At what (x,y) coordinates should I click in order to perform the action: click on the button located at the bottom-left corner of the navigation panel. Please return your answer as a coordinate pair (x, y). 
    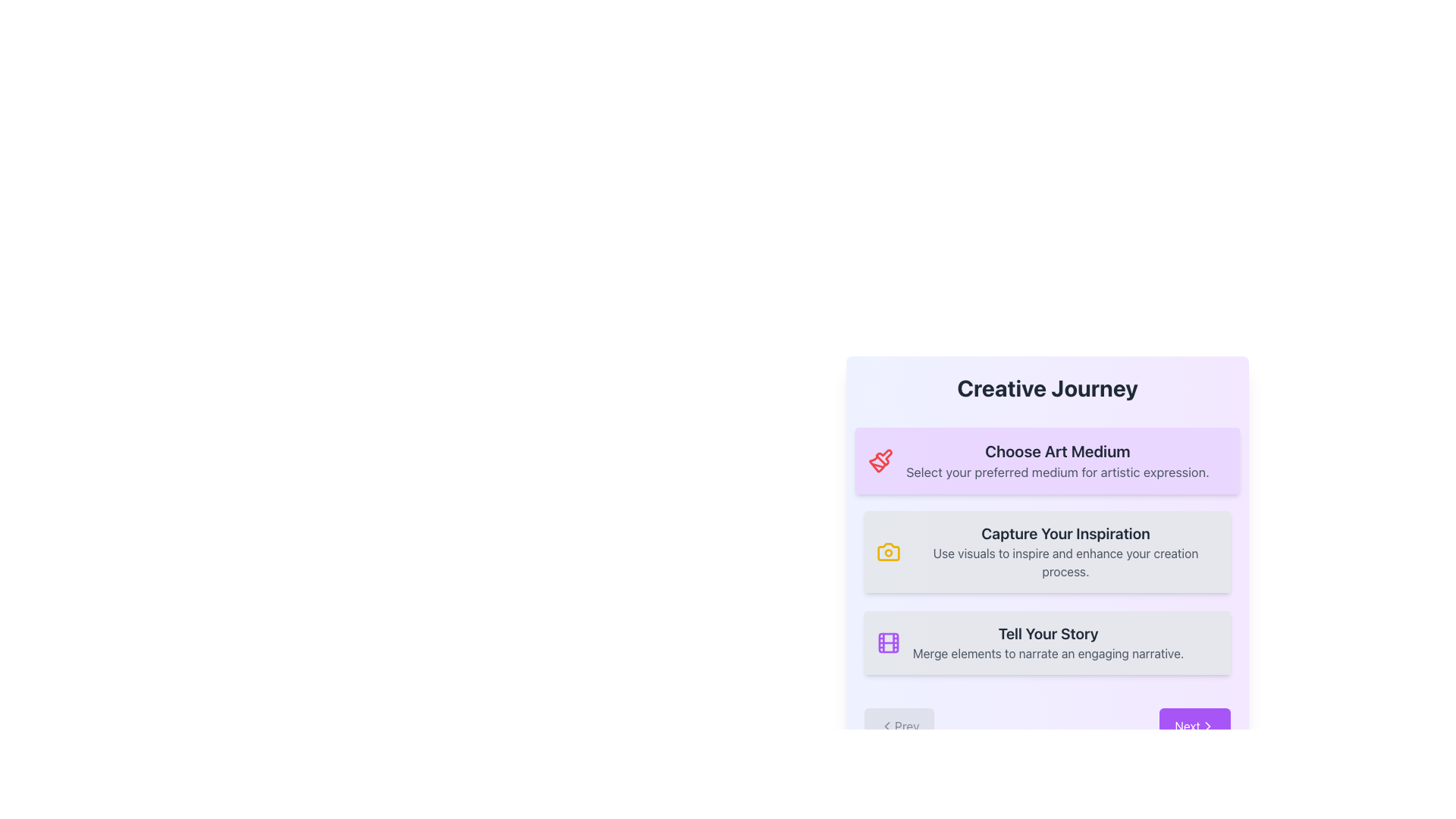
    Looking at the image, I should click on (899, 725).